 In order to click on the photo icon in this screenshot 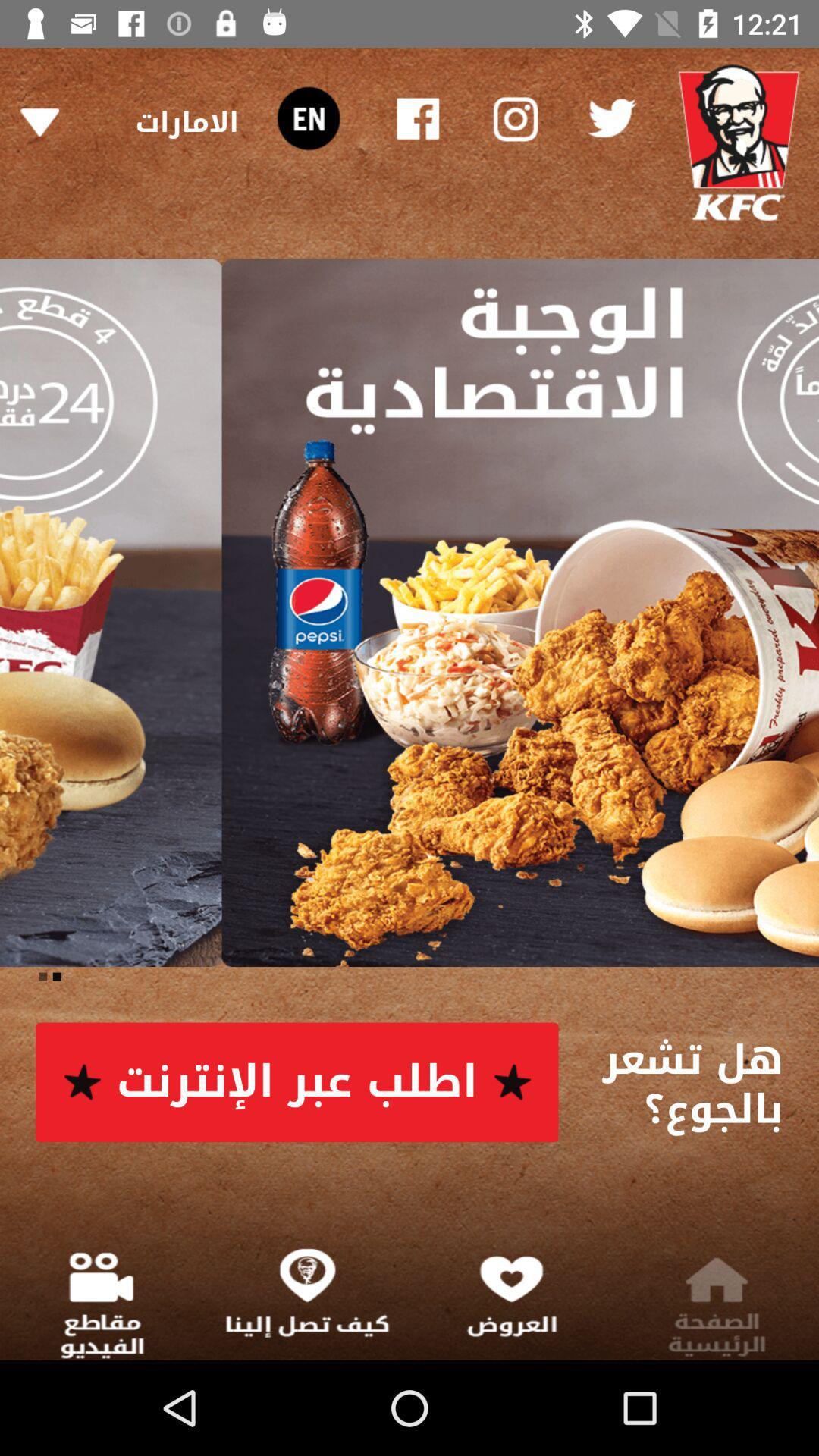, I will do `click(513, 118)`.